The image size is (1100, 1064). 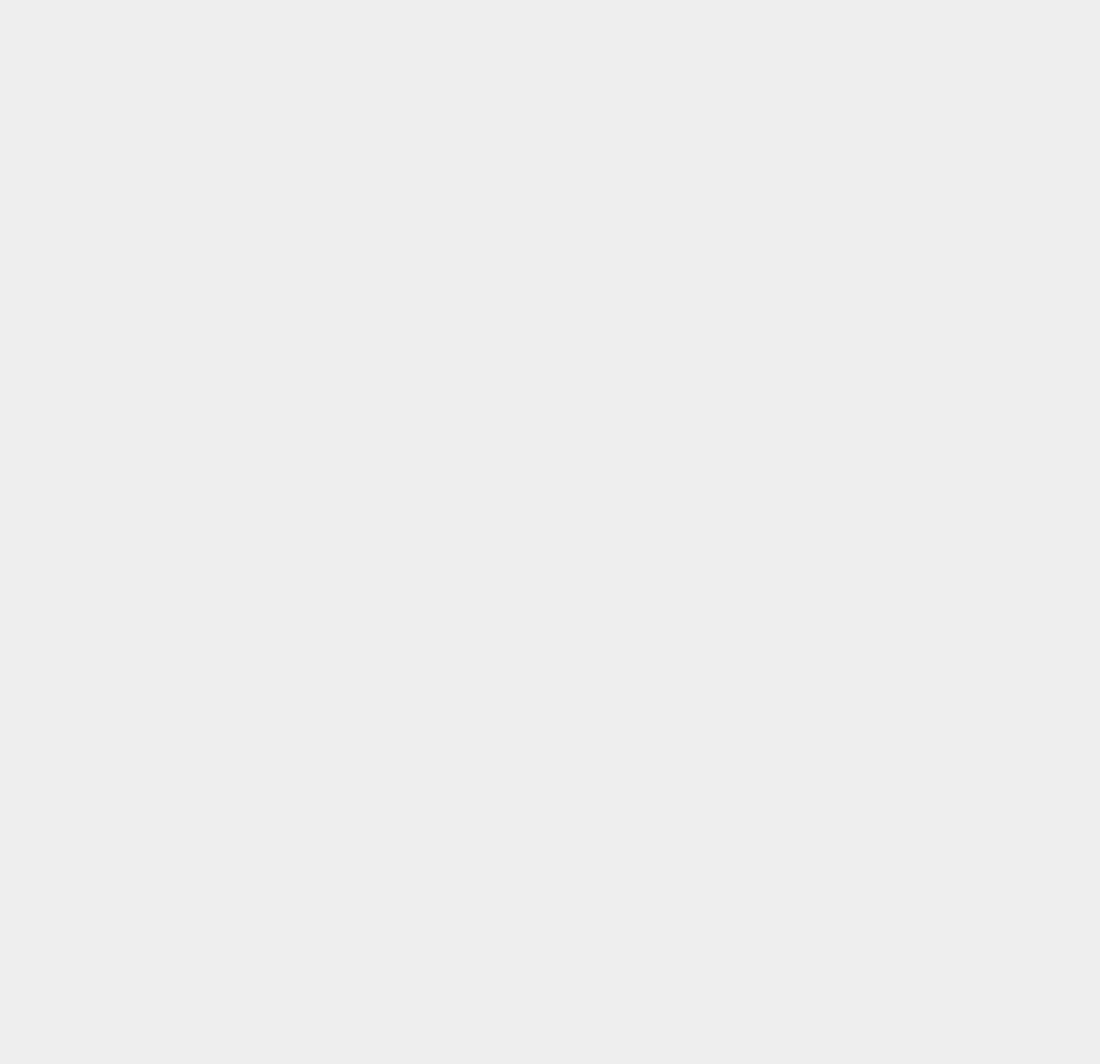 What do you see at coordinates (826, 707) in the screenshot?
I see `'Communication'` at bounding box center [826, 707].